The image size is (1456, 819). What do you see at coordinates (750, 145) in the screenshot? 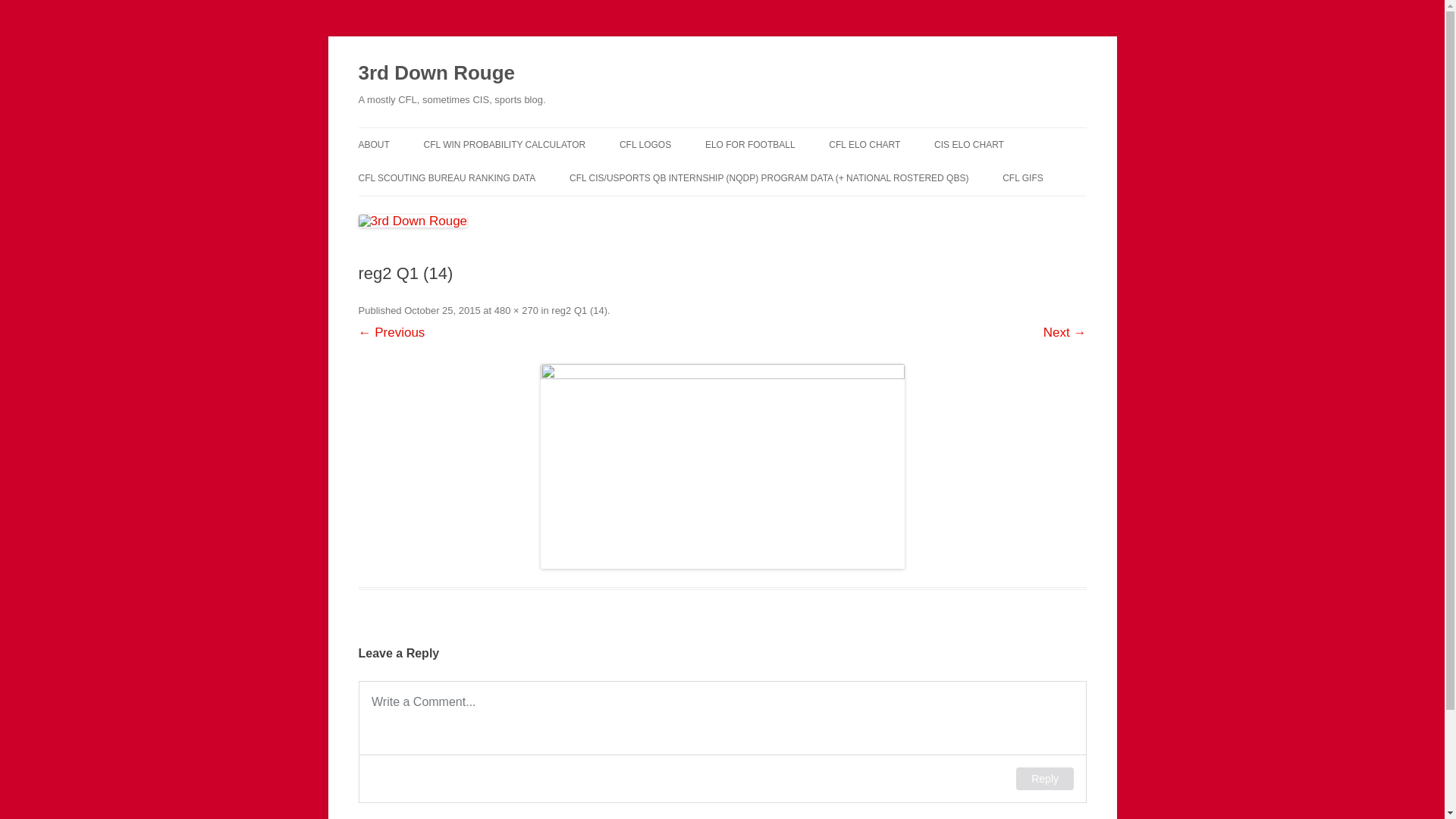
I see `'ELO FOR FOOTBALL'` at bounding box center [750, 145].